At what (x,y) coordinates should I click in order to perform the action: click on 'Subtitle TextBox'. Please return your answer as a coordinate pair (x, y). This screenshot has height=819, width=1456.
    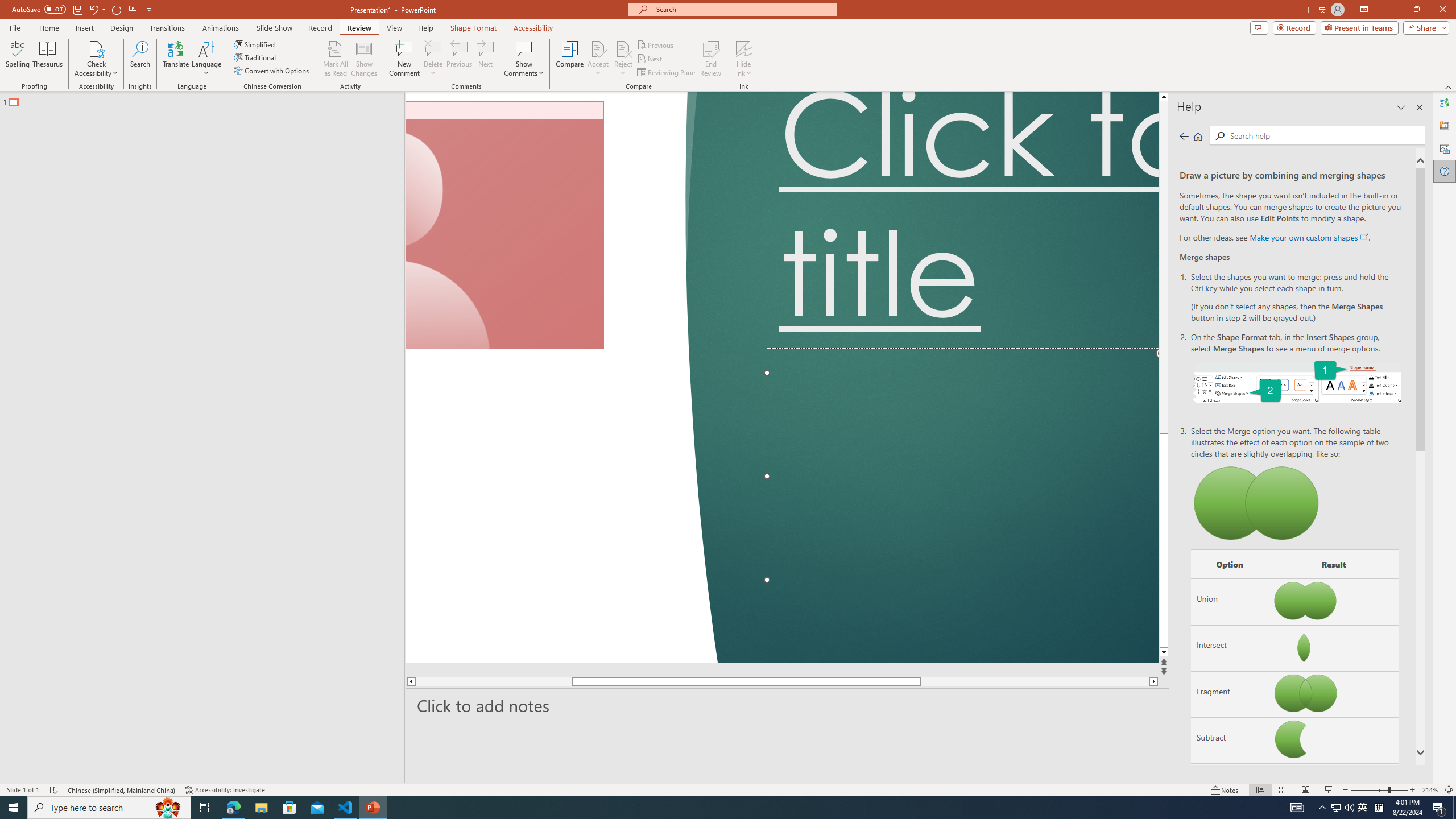
    Looking at the image, I should click on (962, 477).